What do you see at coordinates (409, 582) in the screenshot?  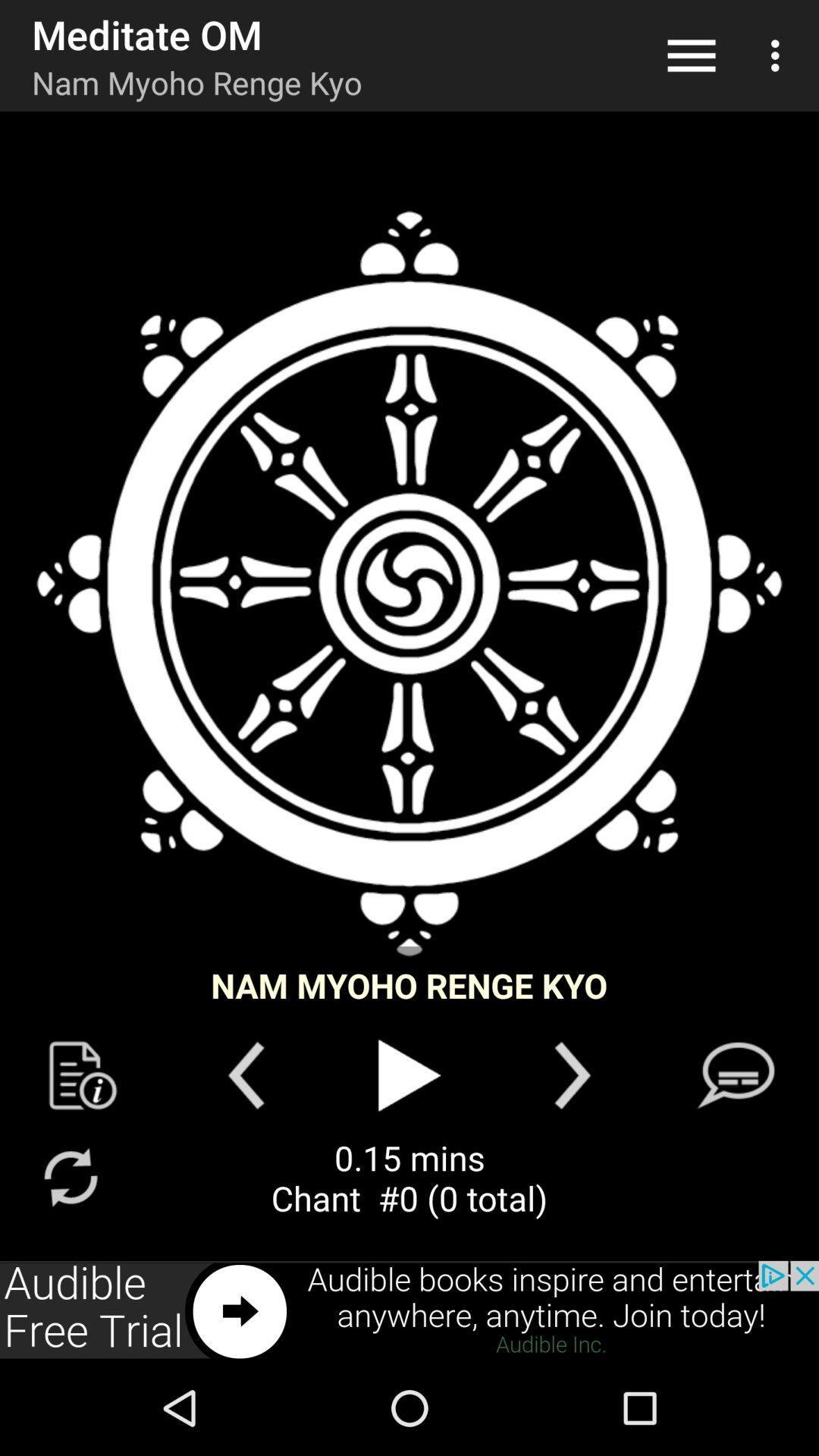 I see `launch mantra` at bounding box center [409, 582].